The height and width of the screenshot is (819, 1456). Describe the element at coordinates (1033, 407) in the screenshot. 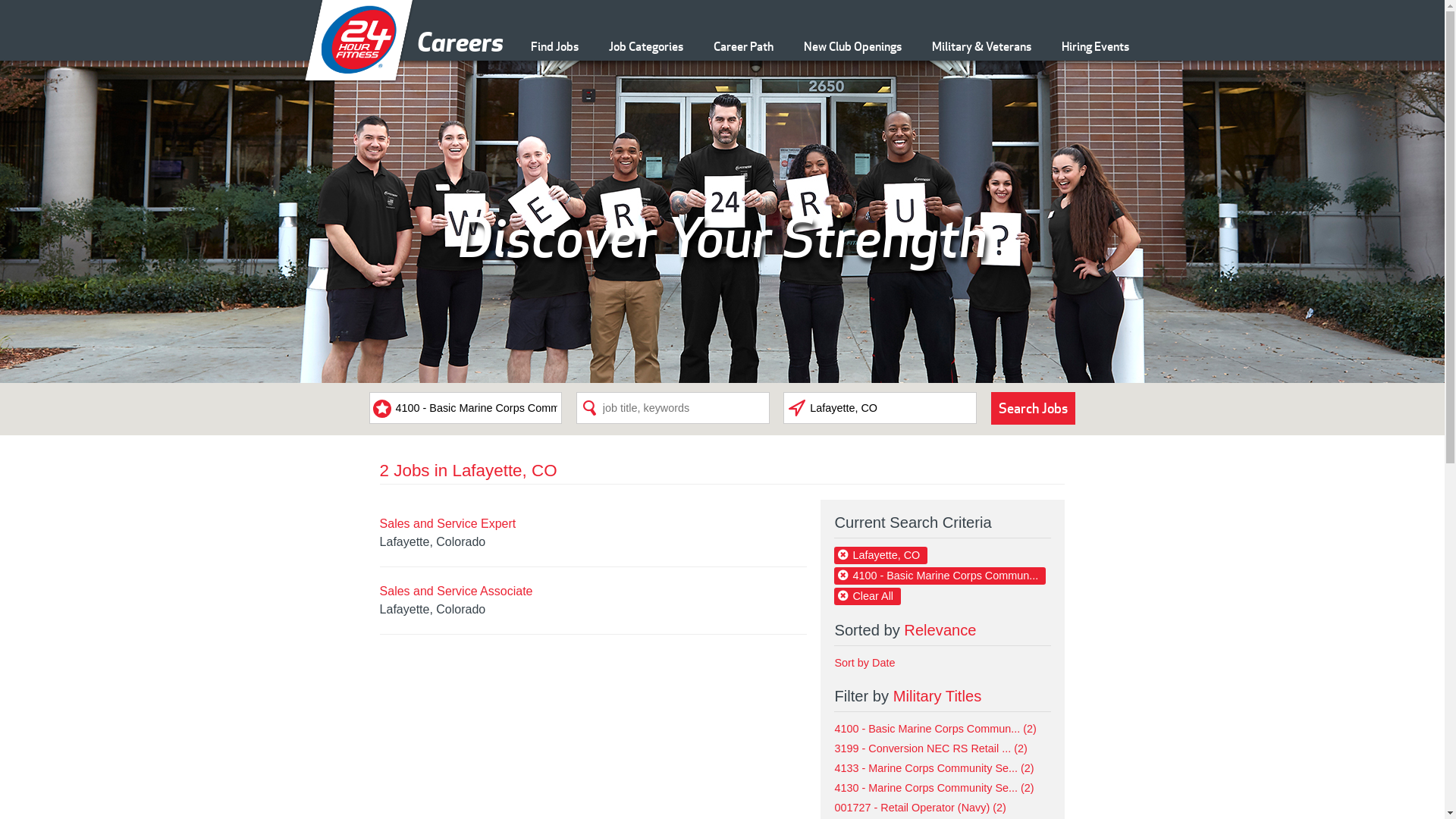

I see `'Search Jobs'` at that location.